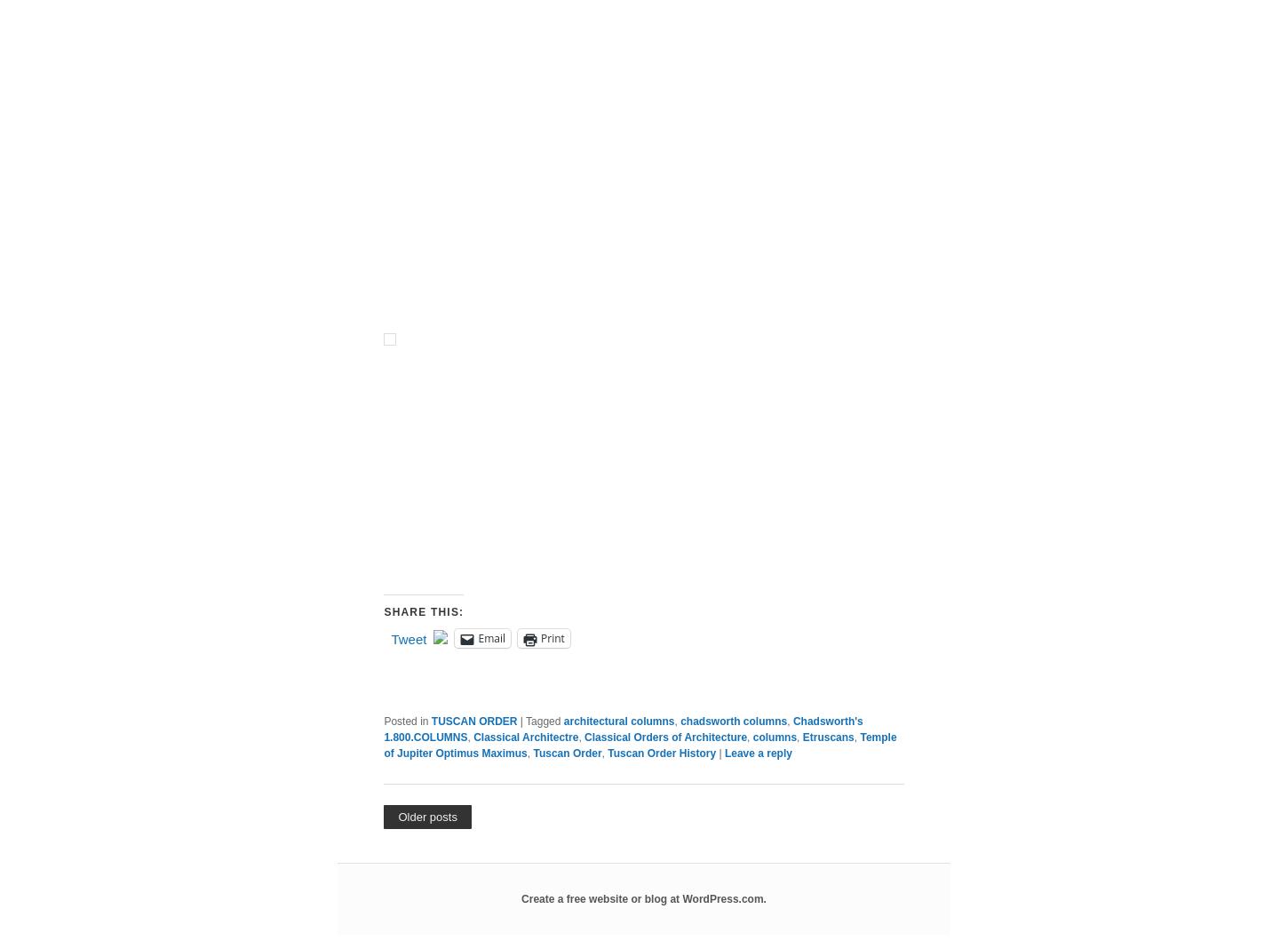  I want to click on '•  The Temple of Jupiter Optimus Maximus', so click(508, 631).